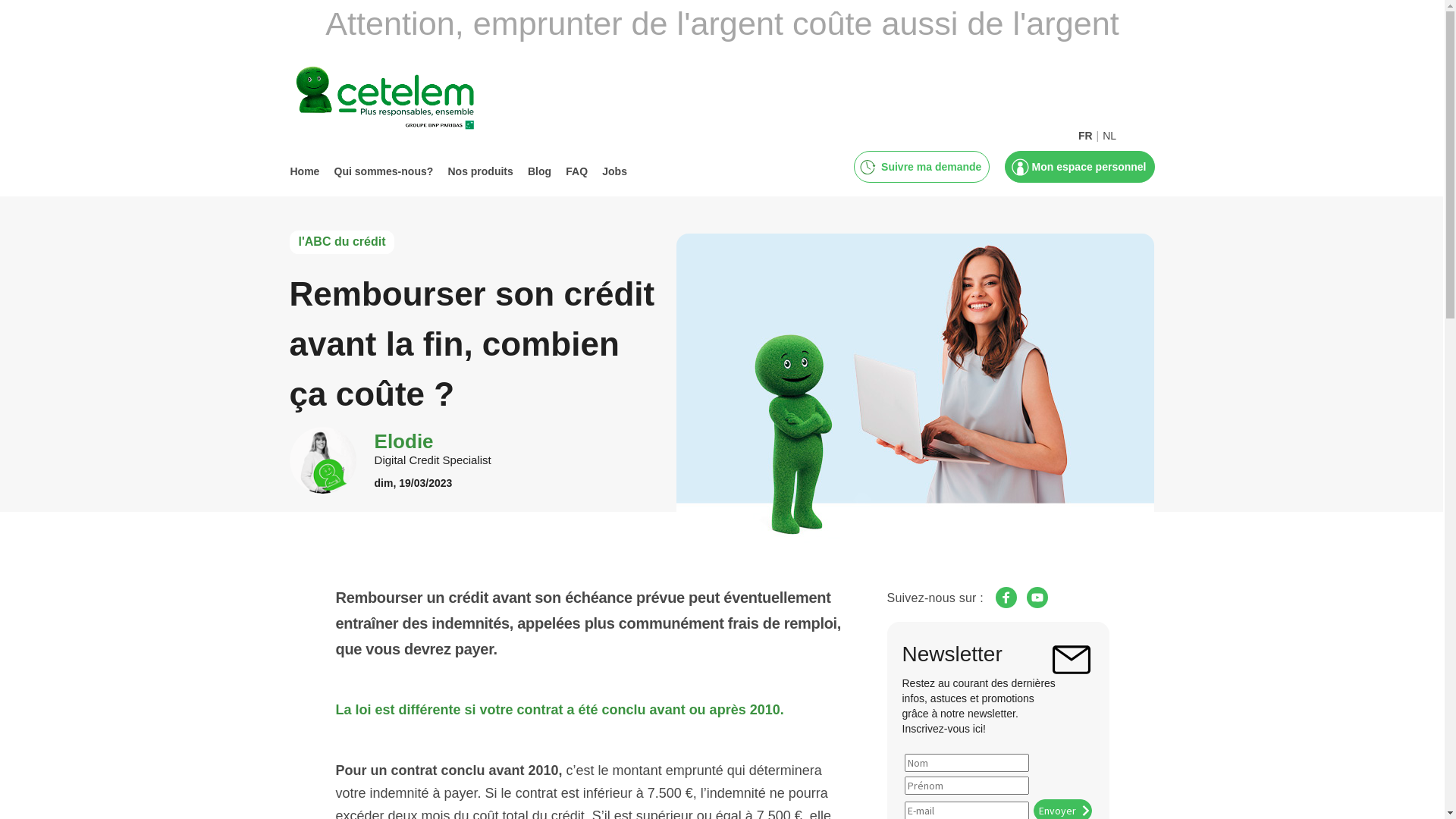 Image resolution: width=1456 pixels, height=819 pixels. Describe the element at coordinates (539, 171) in the screenshot. I see `'Blog'` at that location.